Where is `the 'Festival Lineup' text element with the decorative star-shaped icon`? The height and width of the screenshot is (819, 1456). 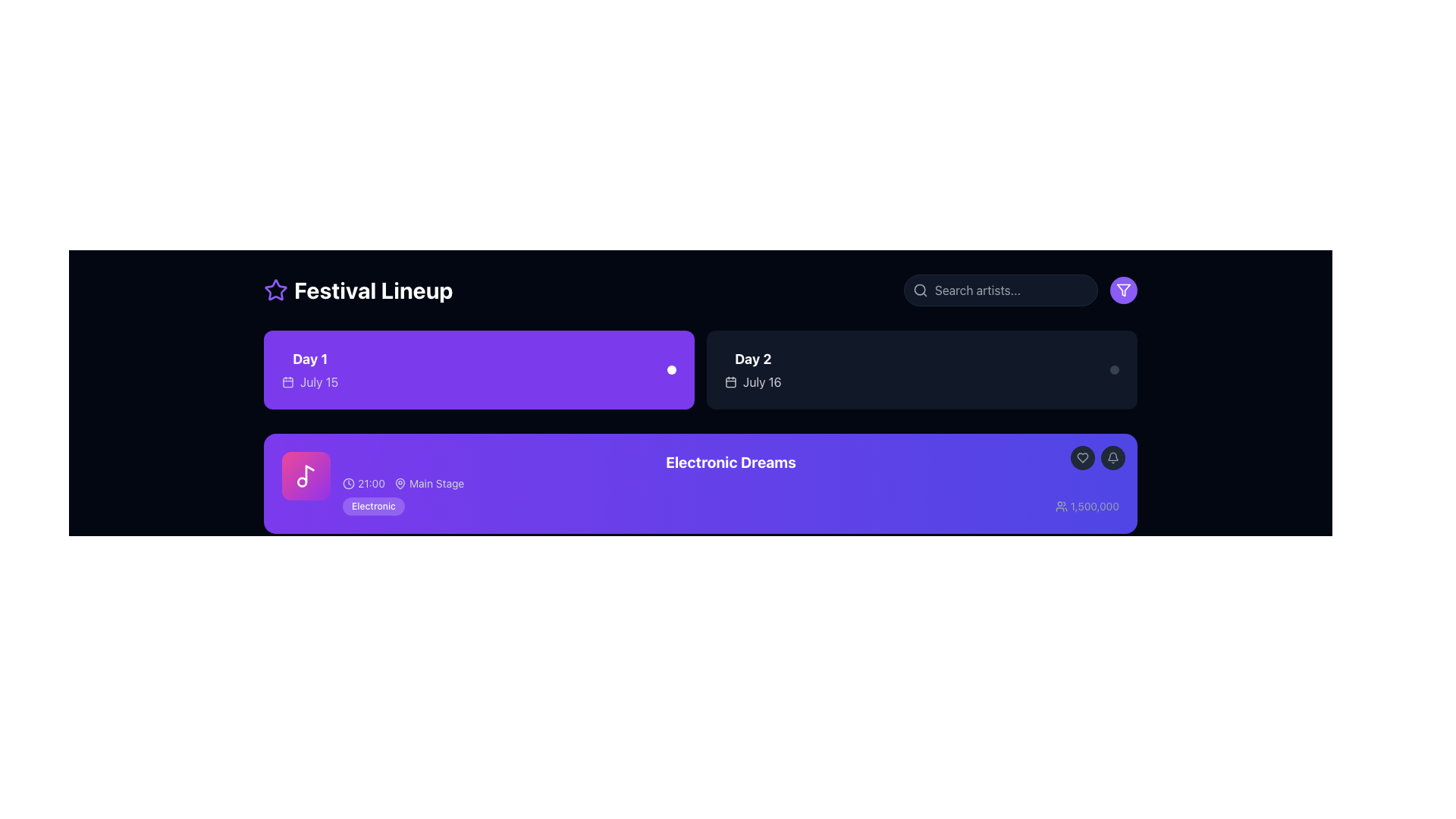
the 'Festival Lineup' text element with the decorative star-shaped icon is located at coordinates (357, 290).